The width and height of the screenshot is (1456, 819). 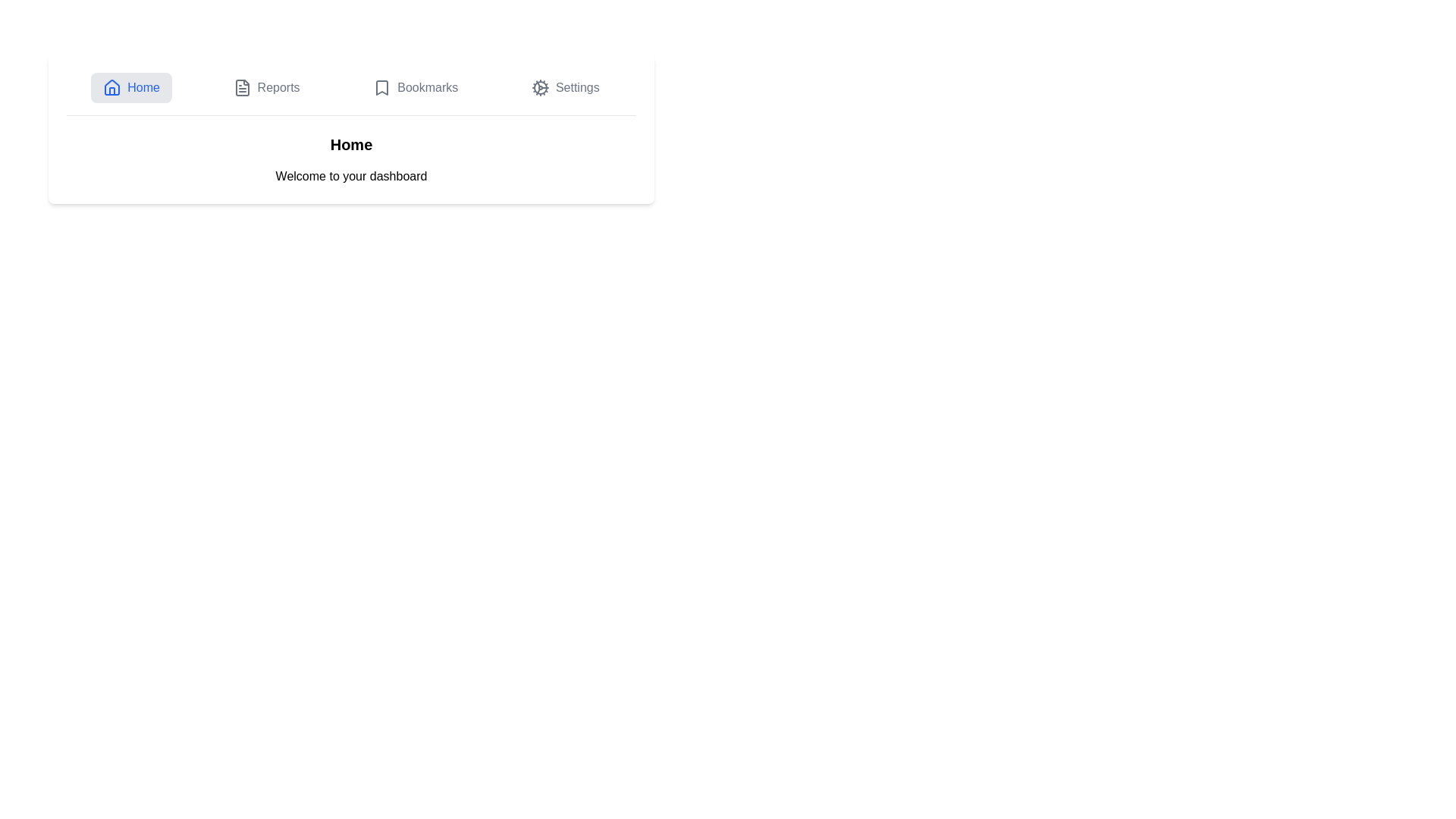 I want to click on the gray SVG icon styled as a document with text lines, which is located to the left of the 'Reports' text in the navigation bar, positioned second from the left, so click(x=241, y=87).